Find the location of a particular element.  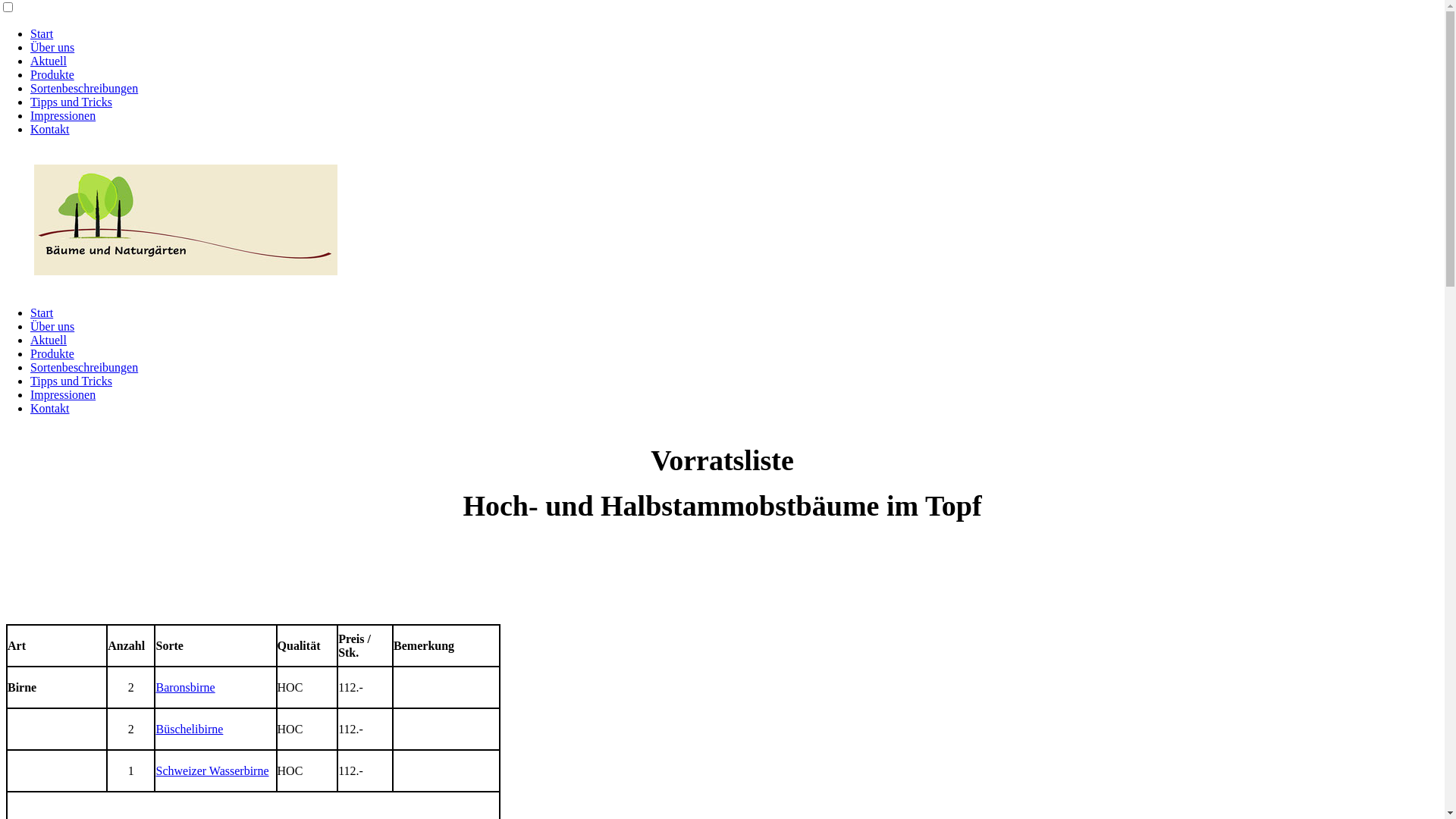

'Start' is located at coordinates (41, 312).